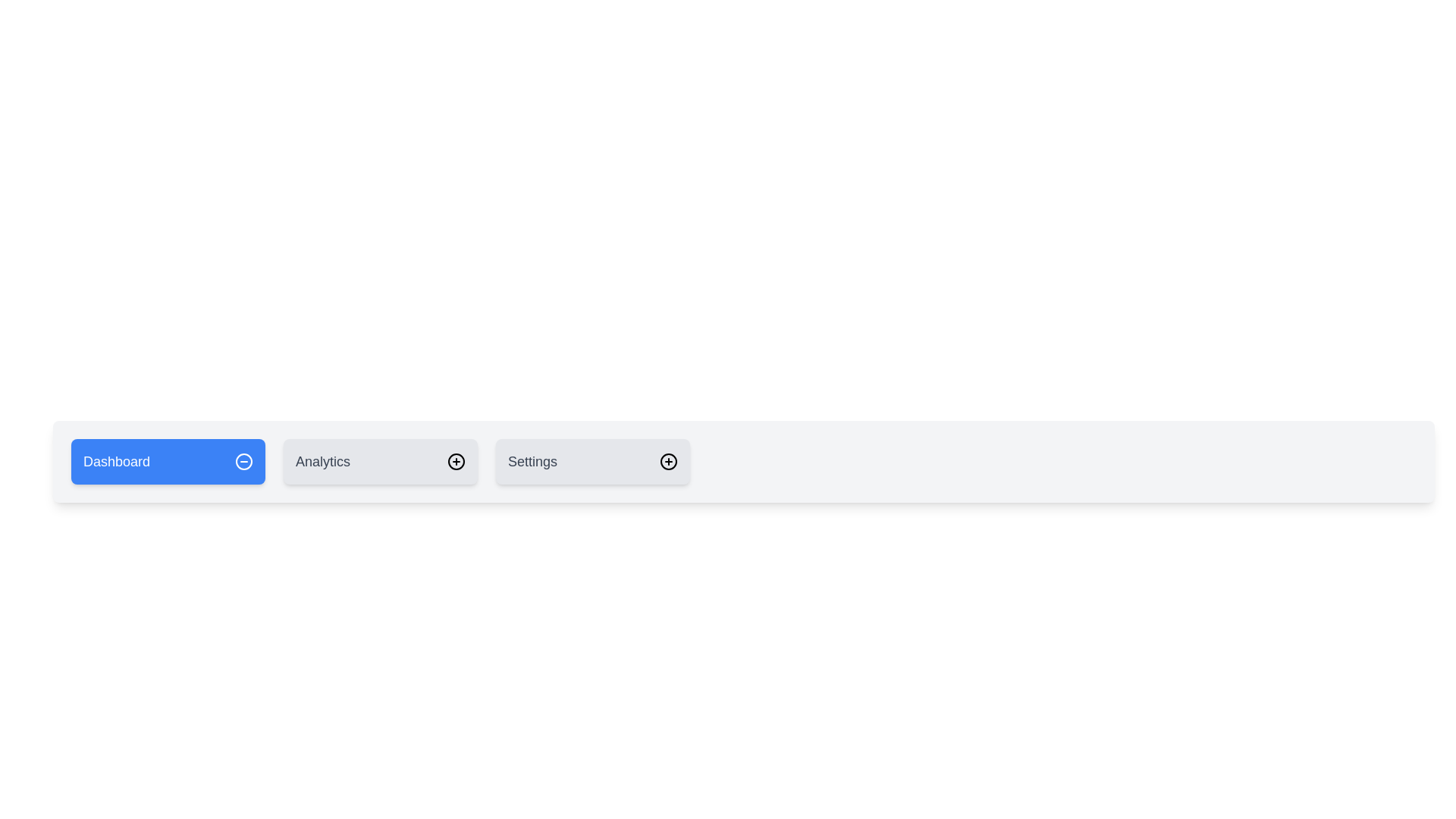 This screenshot has height=819, width=1456. Describe the element at coordinates (243, 461) in the screenshot. I see `the circular icon with a horizontal line, located in the 'Dashboard' option of the navigation row, positioned towards the rightmost side adjacent to the label text` at that location.